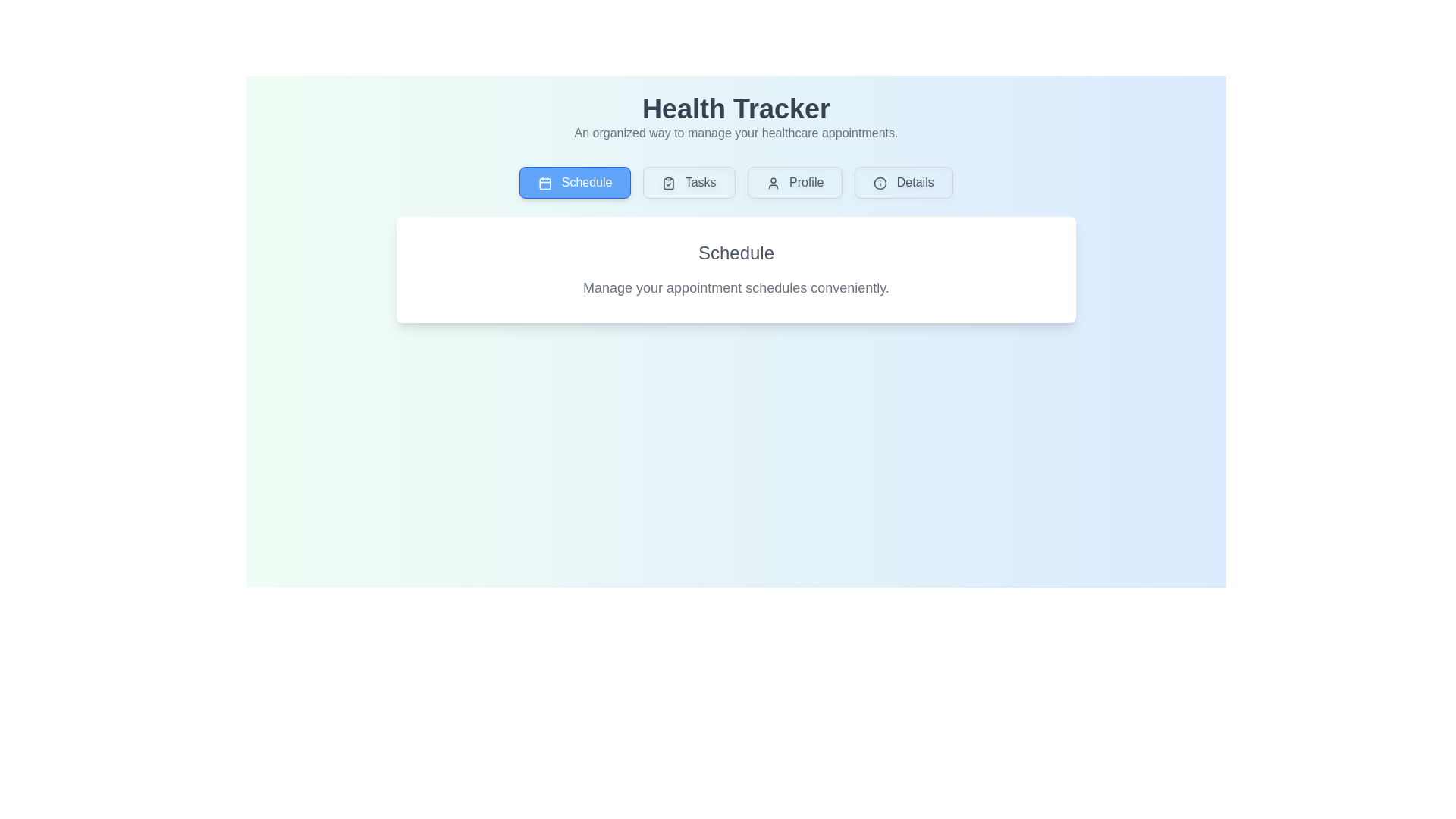 Image resolution: width=1456 pixels, height=819 pixels. I want to click on the tab button labeled Profile, so click(794, 181).